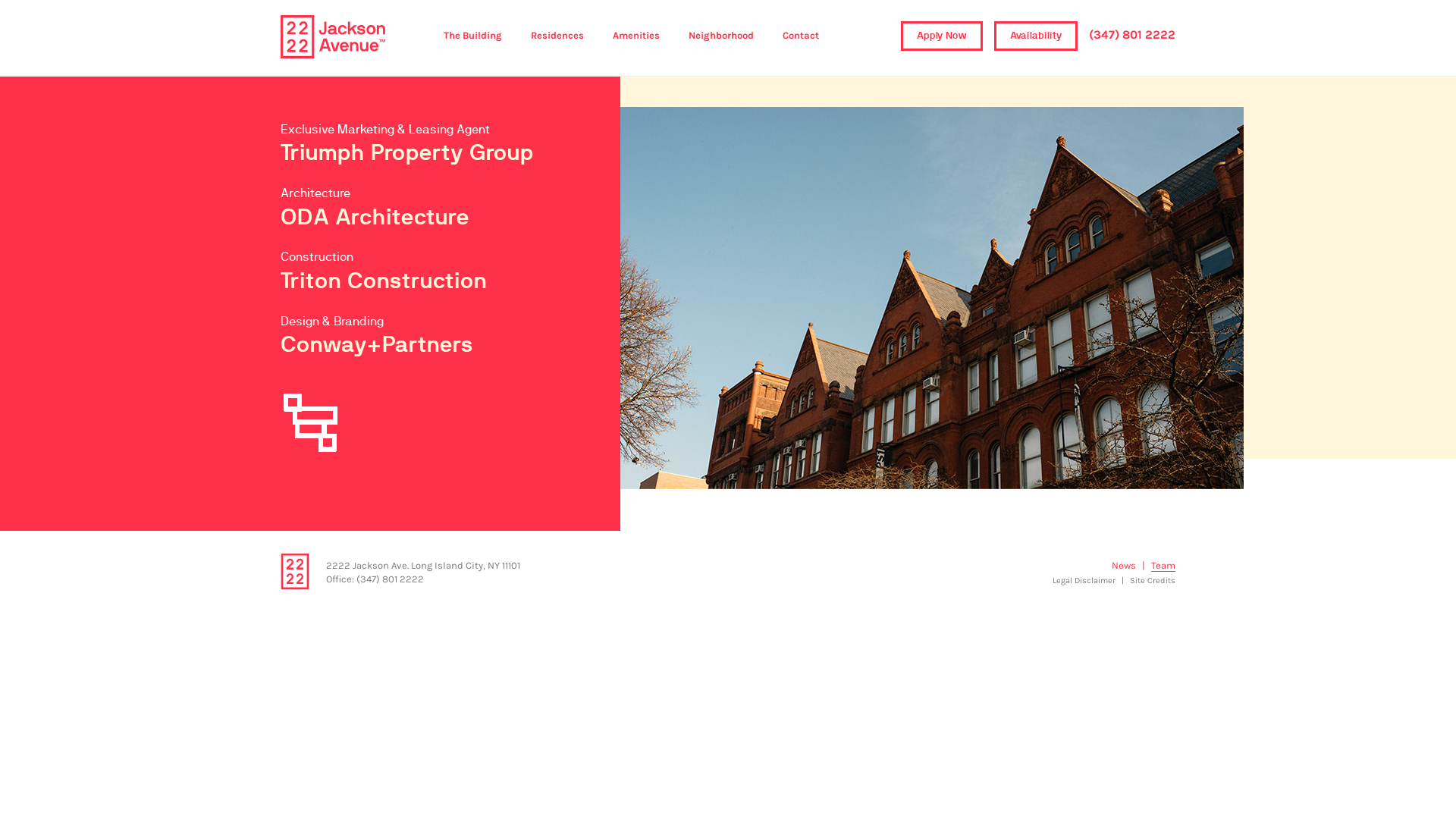 This screenshot has height=819, width=1456. I want to click on 'Availability', so click(1035, 35).